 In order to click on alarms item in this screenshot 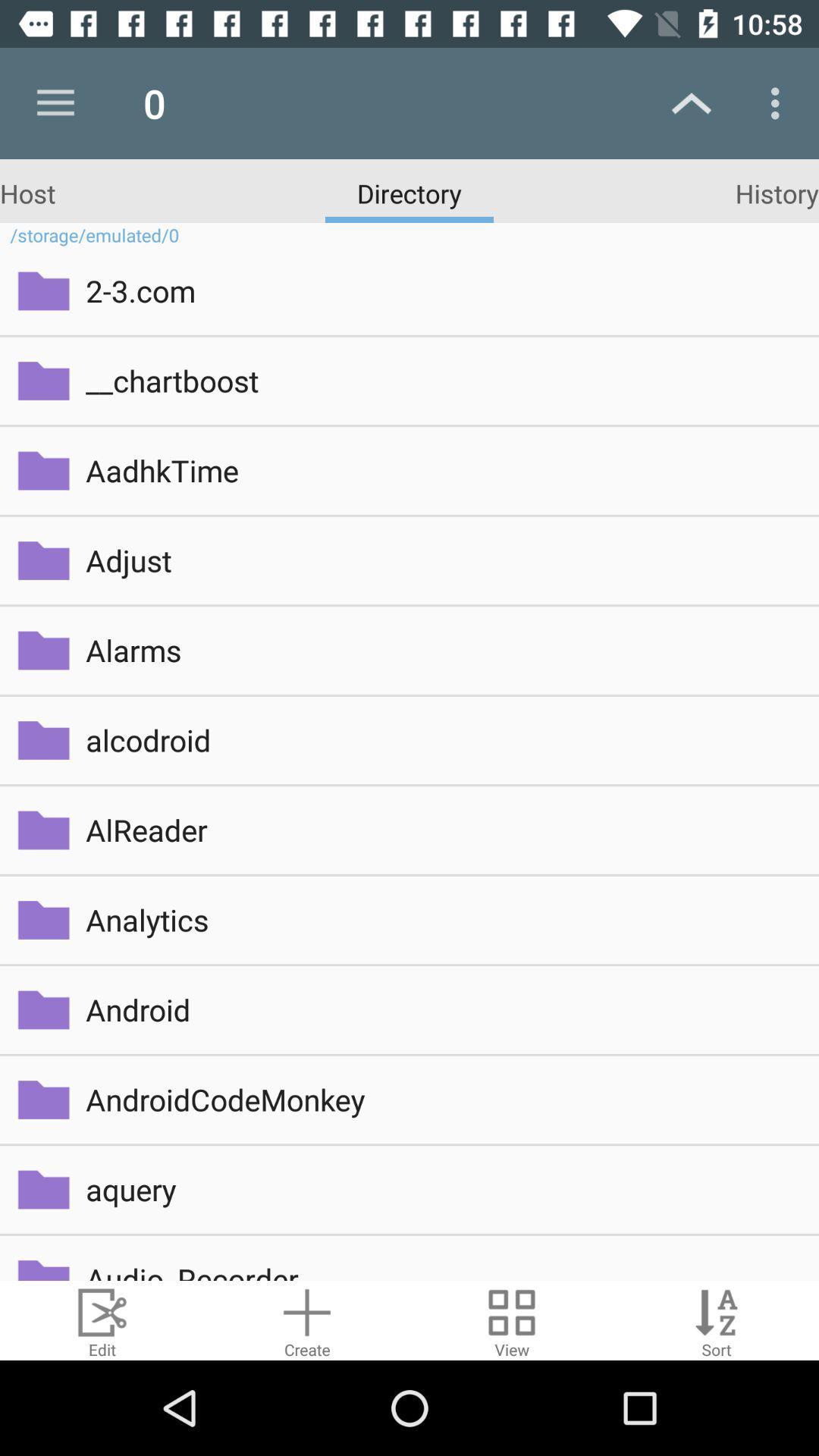, I will do `click(441, 650)`.